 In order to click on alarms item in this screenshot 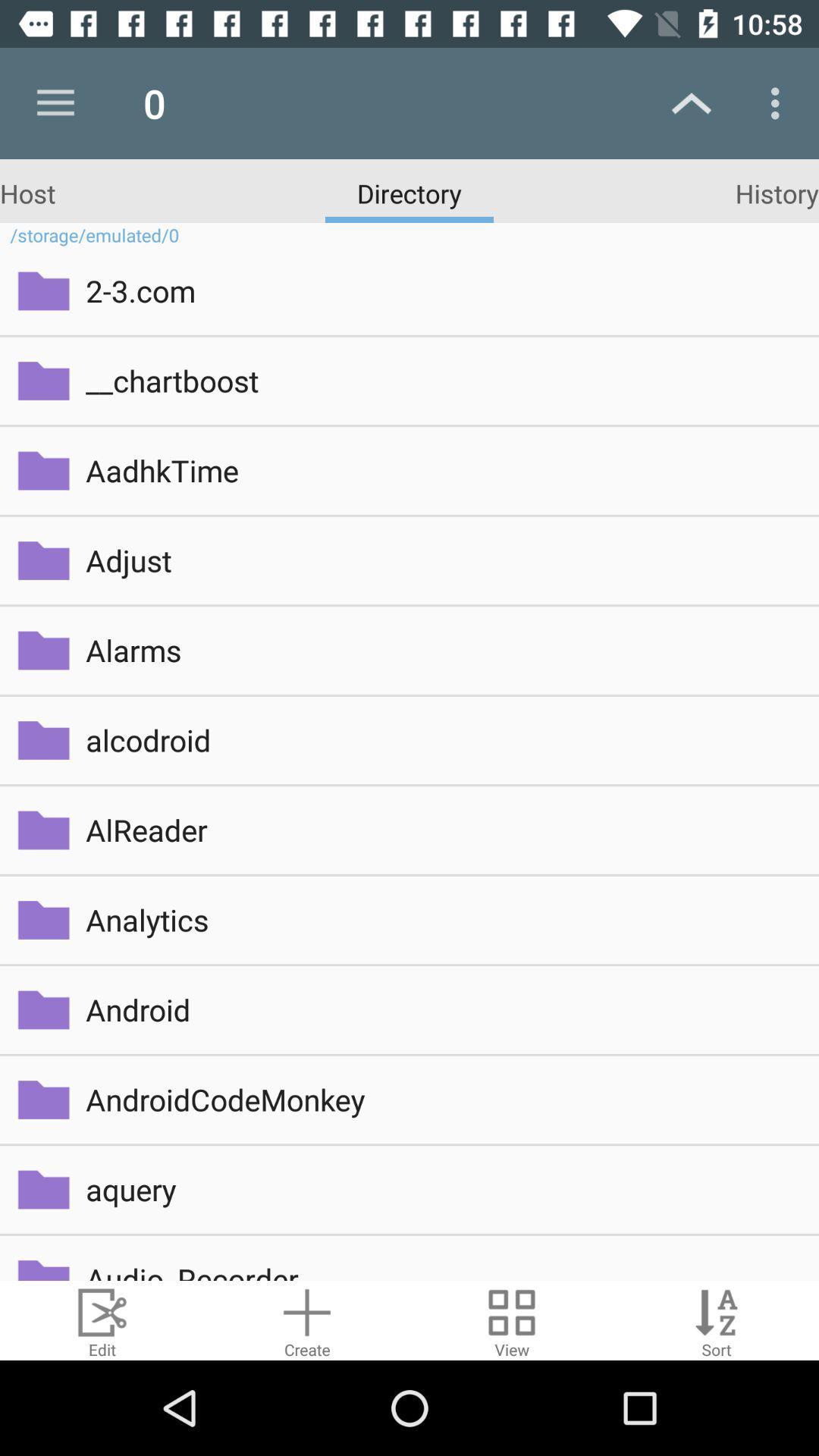, I will do `click(441, 650)`.